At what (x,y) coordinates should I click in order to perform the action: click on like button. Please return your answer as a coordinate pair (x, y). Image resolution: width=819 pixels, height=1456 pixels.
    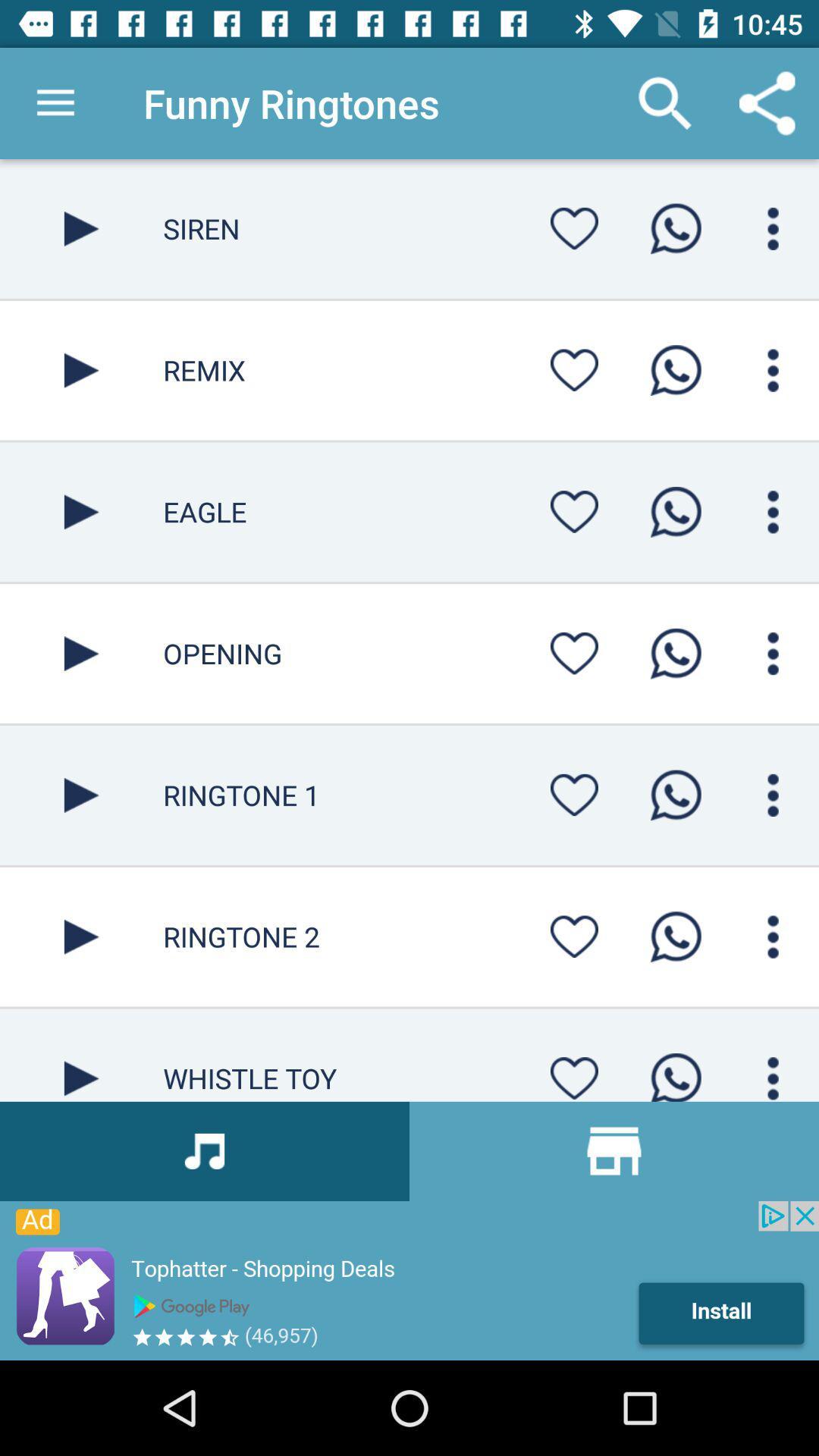
    Looking at the image, I should click on (574, 1073).